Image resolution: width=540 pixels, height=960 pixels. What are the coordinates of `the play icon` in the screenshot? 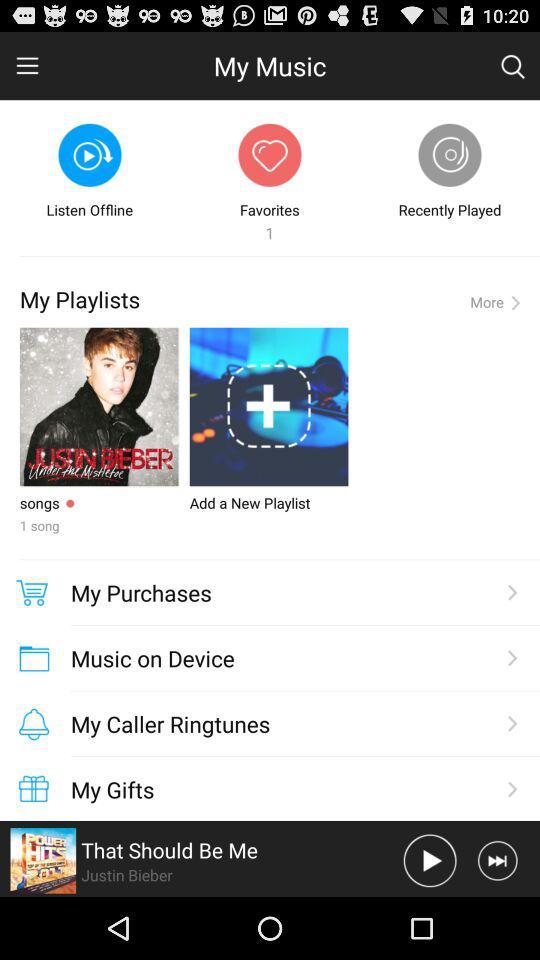 It's located at (429, 921).